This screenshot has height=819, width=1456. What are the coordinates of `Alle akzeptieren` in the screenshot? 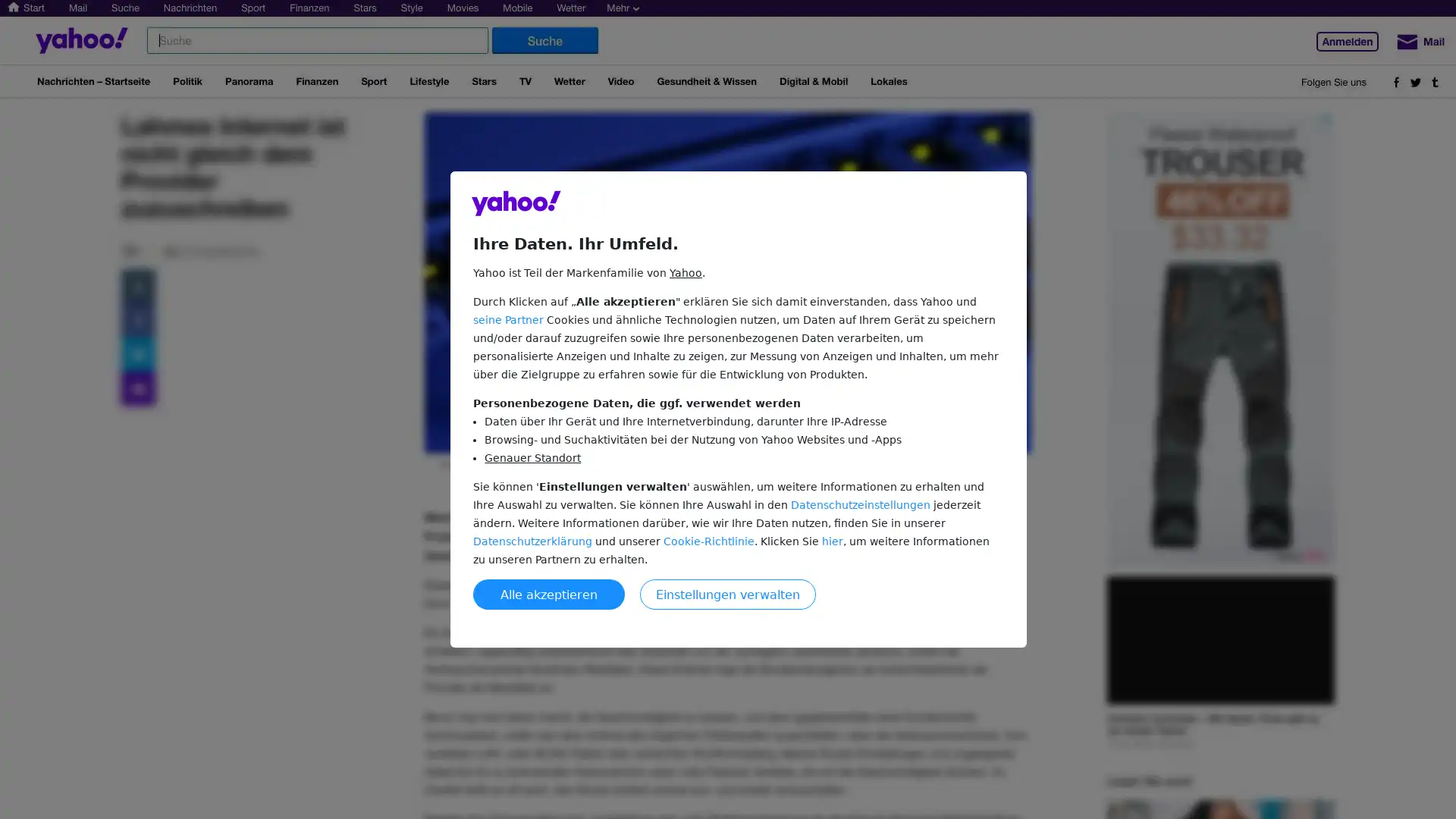 It's located at (548, 593).